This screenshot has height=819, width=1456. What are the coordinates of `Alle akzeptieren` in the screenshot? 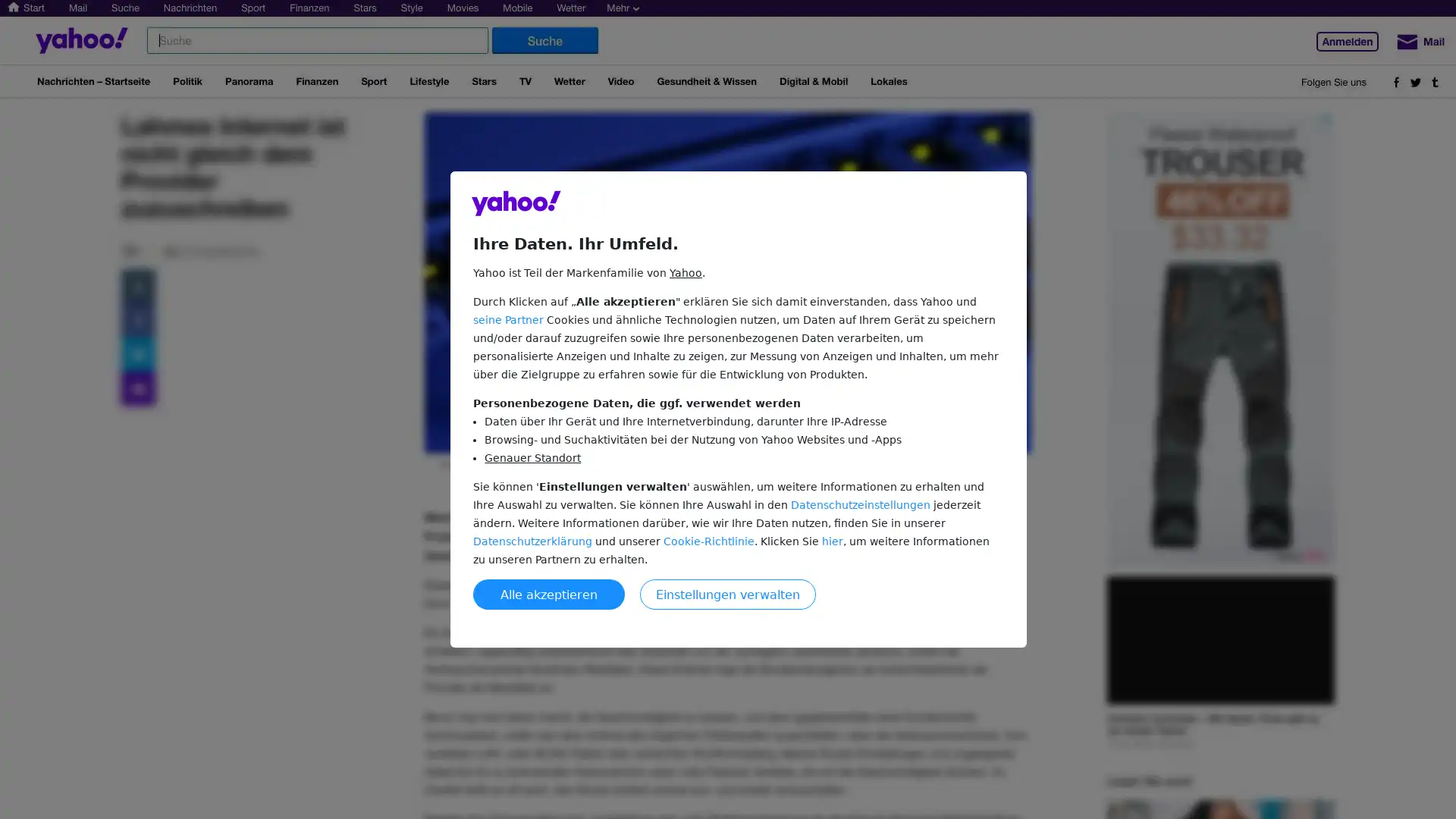 It's located at (548, 593).